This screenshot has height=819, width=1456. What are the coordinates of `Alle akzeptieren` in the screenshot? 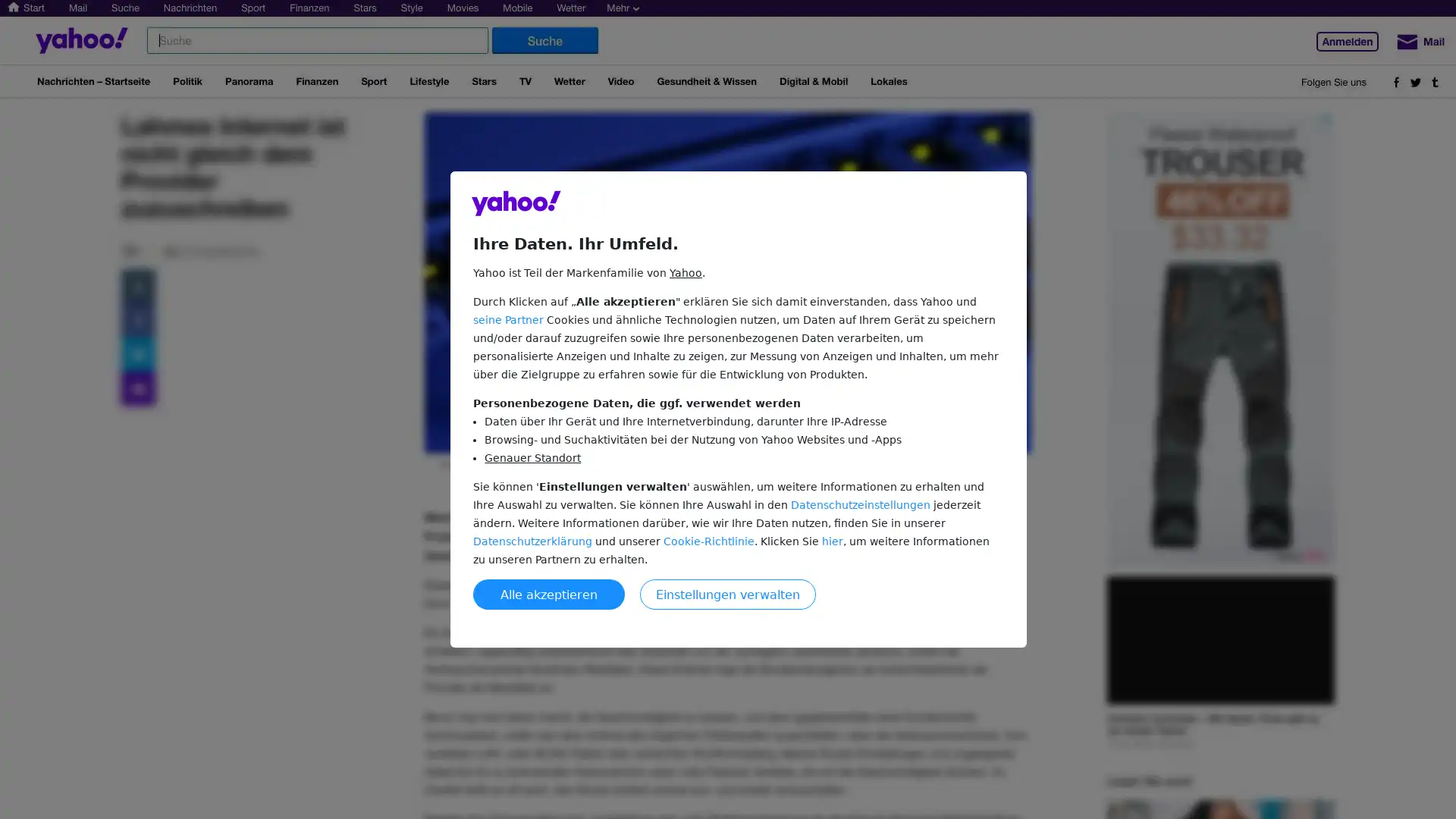 It's located at (548, 593).